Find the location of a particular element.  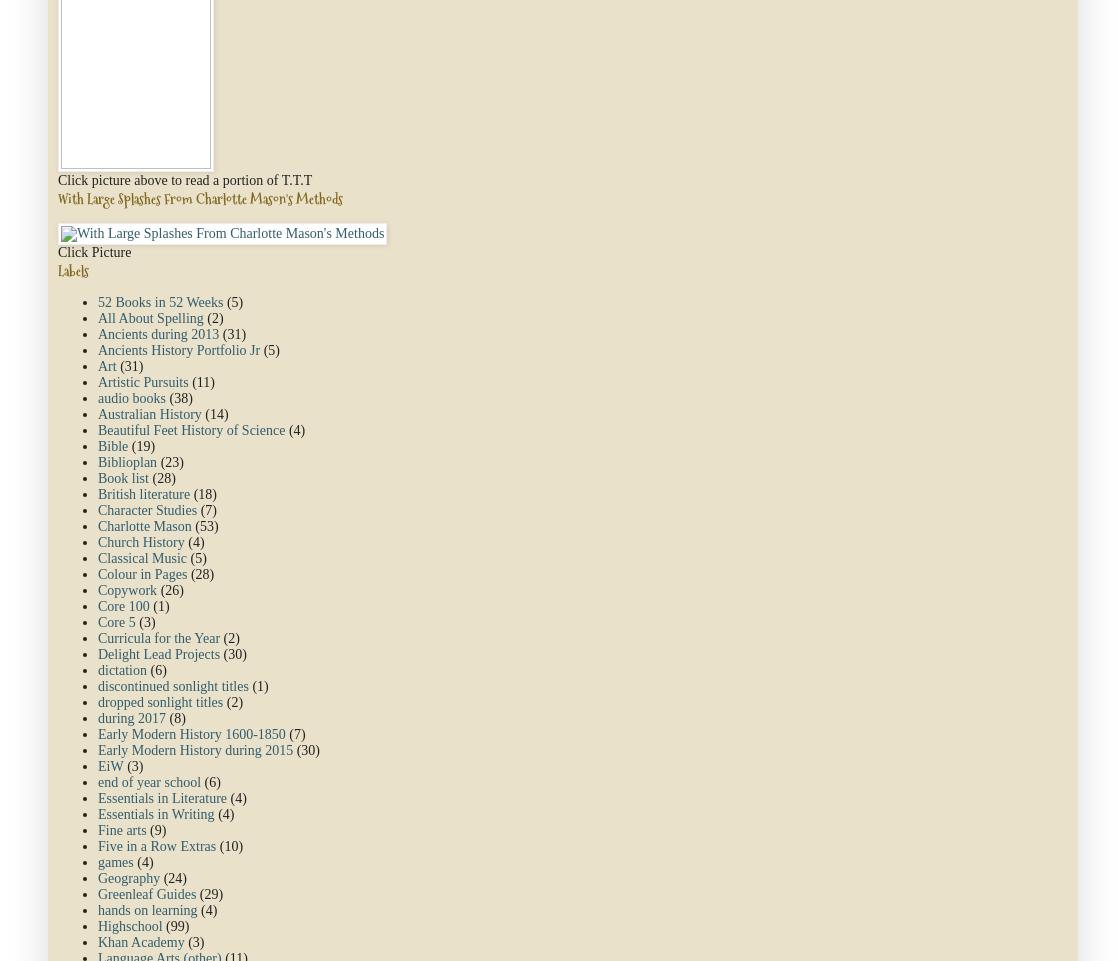

'Book list' is located at coordinates (98, 477).